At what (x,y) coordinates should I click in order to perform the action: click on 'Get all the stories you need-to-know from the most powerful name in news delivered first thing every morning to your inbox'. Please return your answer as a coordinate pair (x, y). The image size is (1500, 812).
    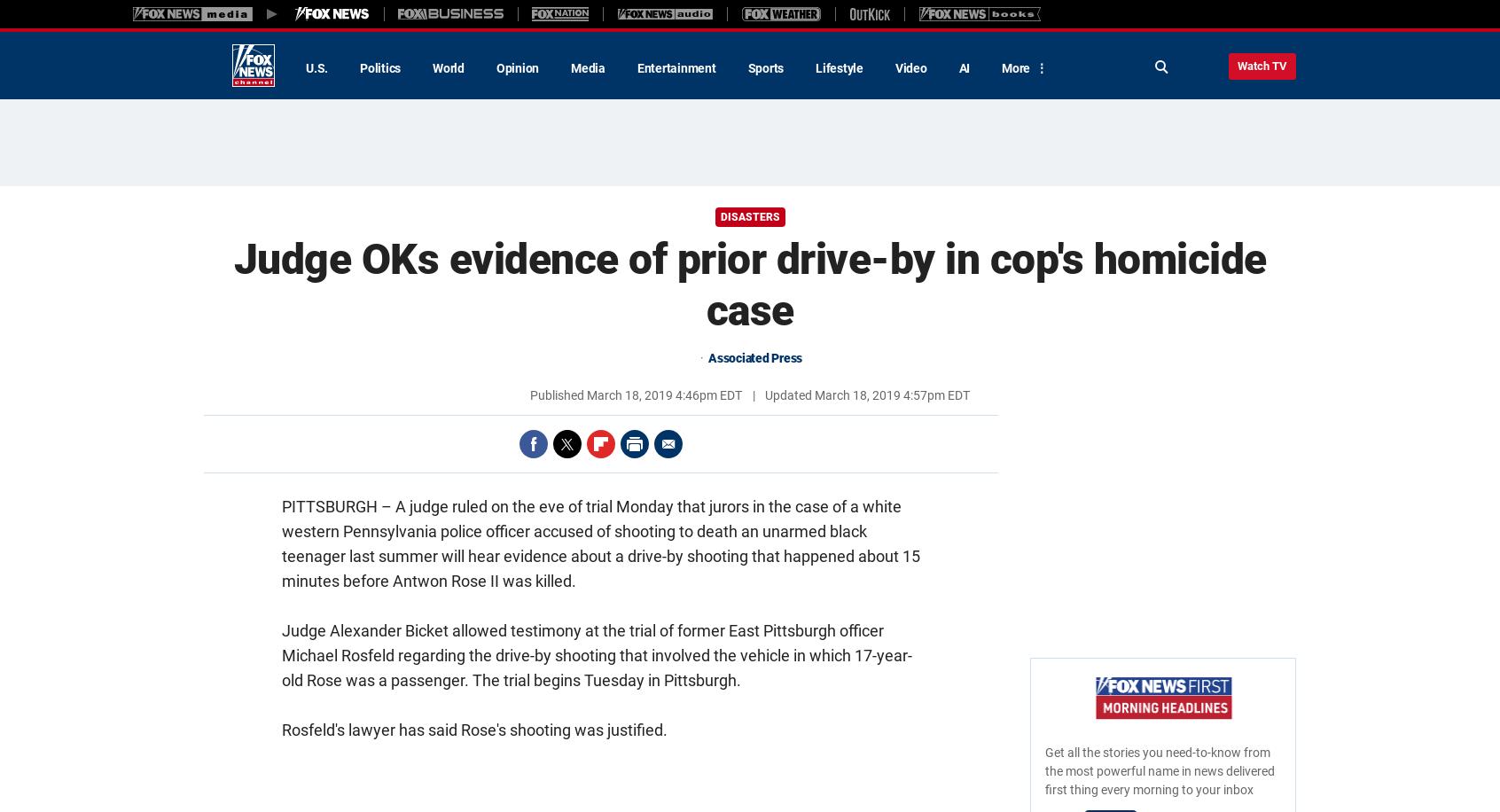
    Looking at the image, I should click on (1159, 770).